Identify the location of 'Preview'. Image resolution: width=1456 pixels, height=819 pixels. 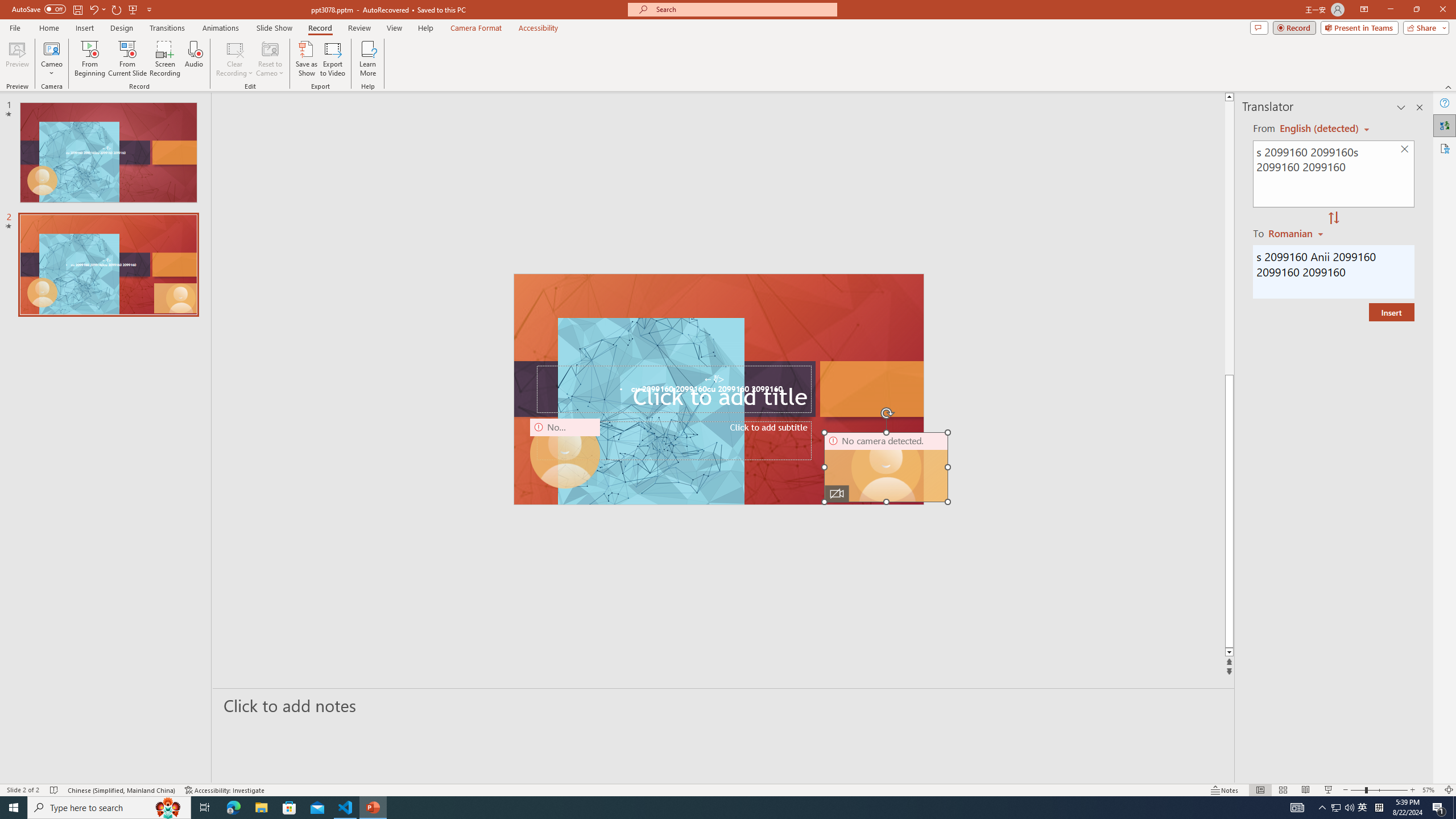
(16, 59).